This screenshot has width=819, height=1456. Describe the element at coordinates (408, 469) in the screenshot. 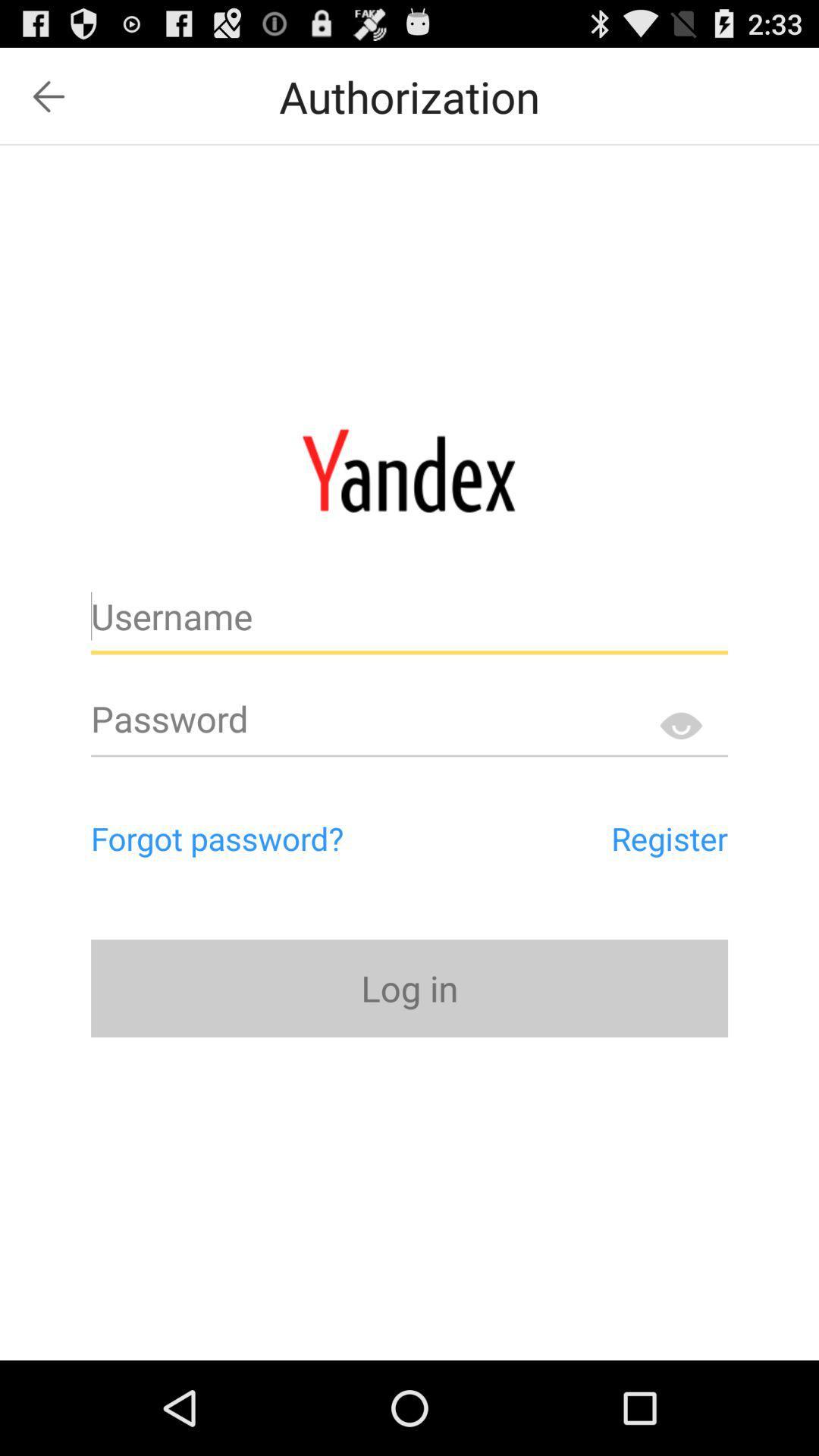

I see `the item below authorization icon` at that location.